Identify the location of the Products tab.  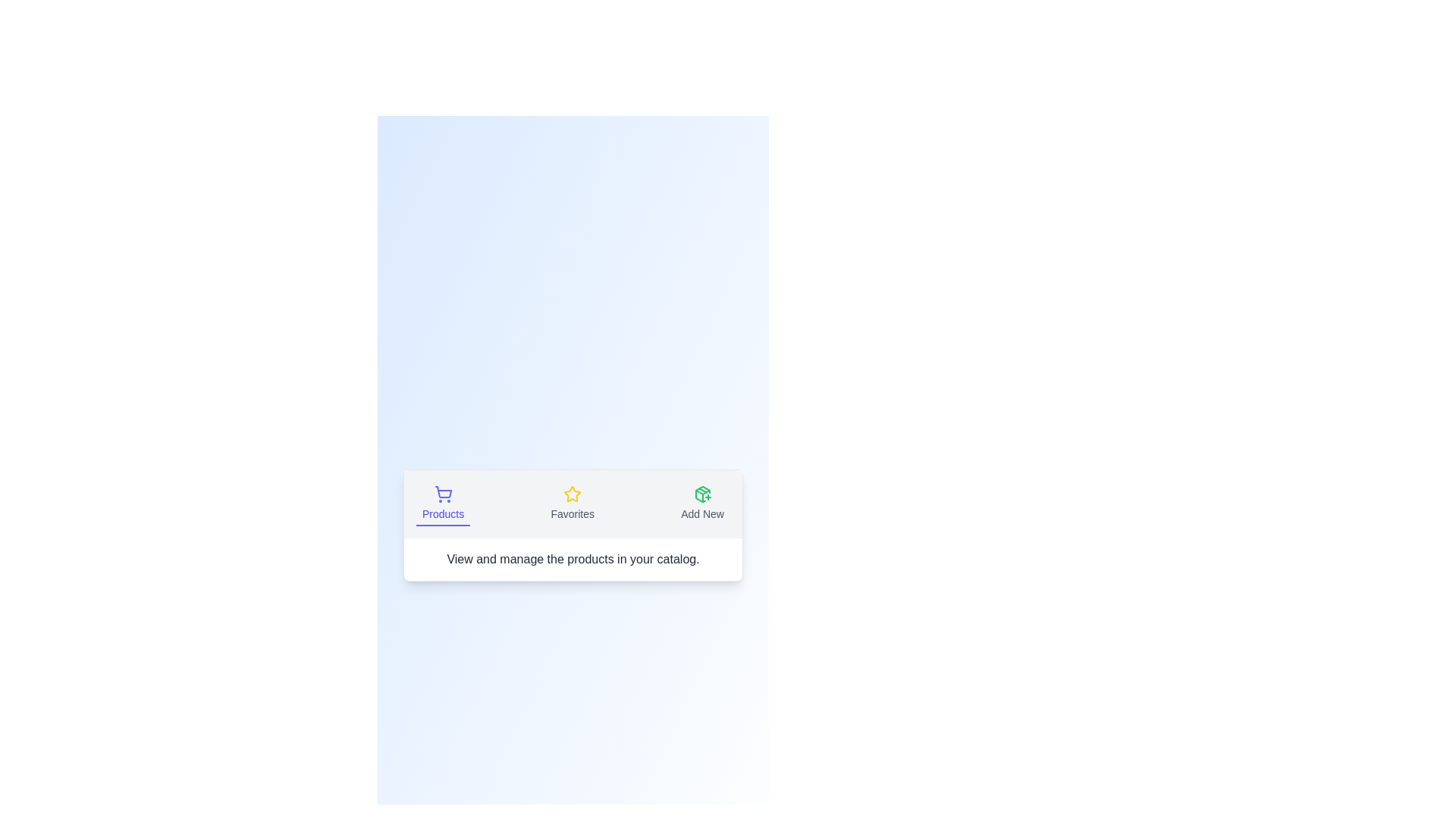
(442, 504).